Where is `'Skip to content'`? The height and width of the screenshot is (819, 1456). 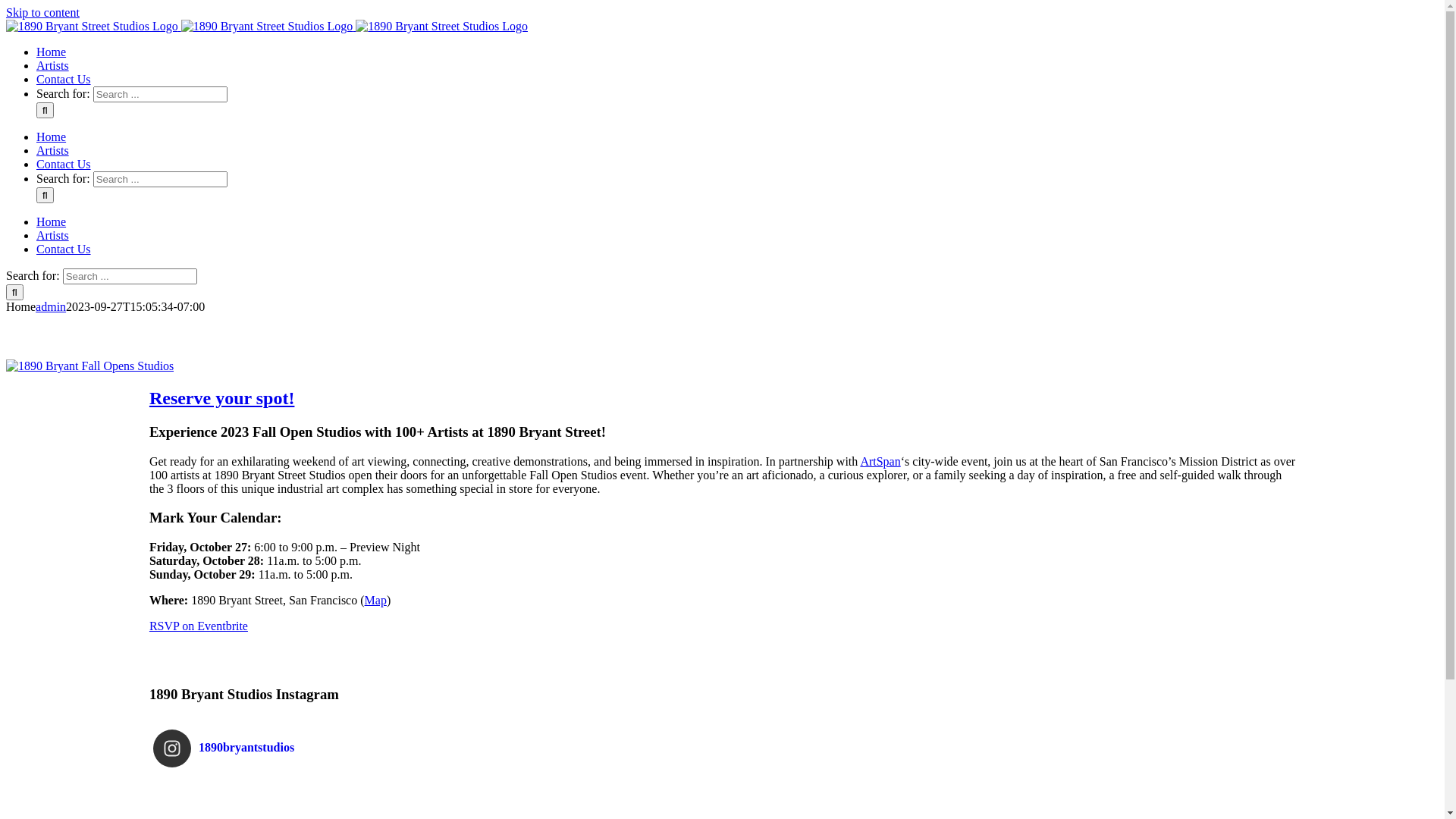 'Skip to content' is located at coordinates (42, 12).